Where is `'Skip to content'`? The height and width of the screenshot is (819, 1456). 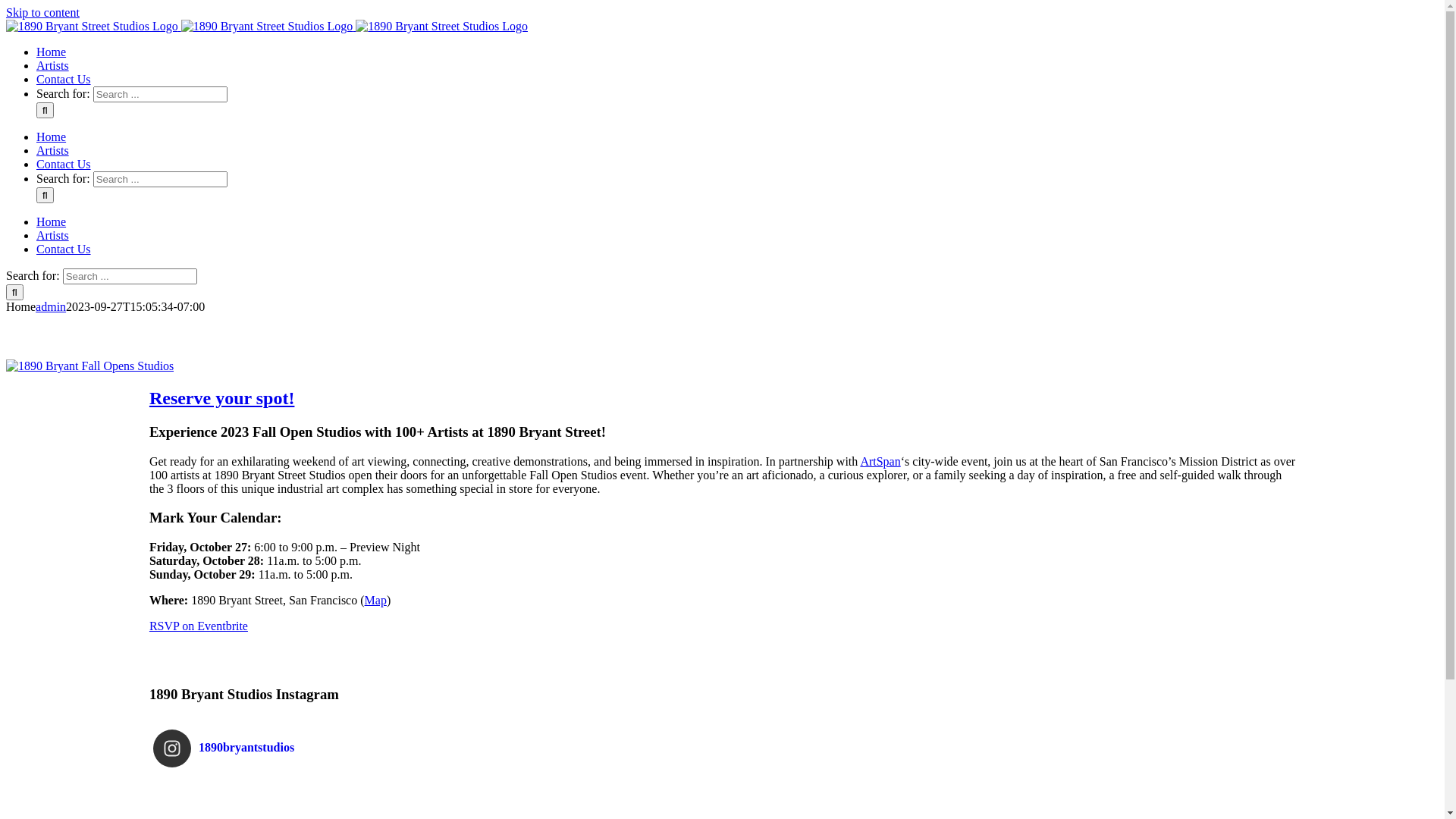 'Skip to content' is located at coordinates (42, 12).